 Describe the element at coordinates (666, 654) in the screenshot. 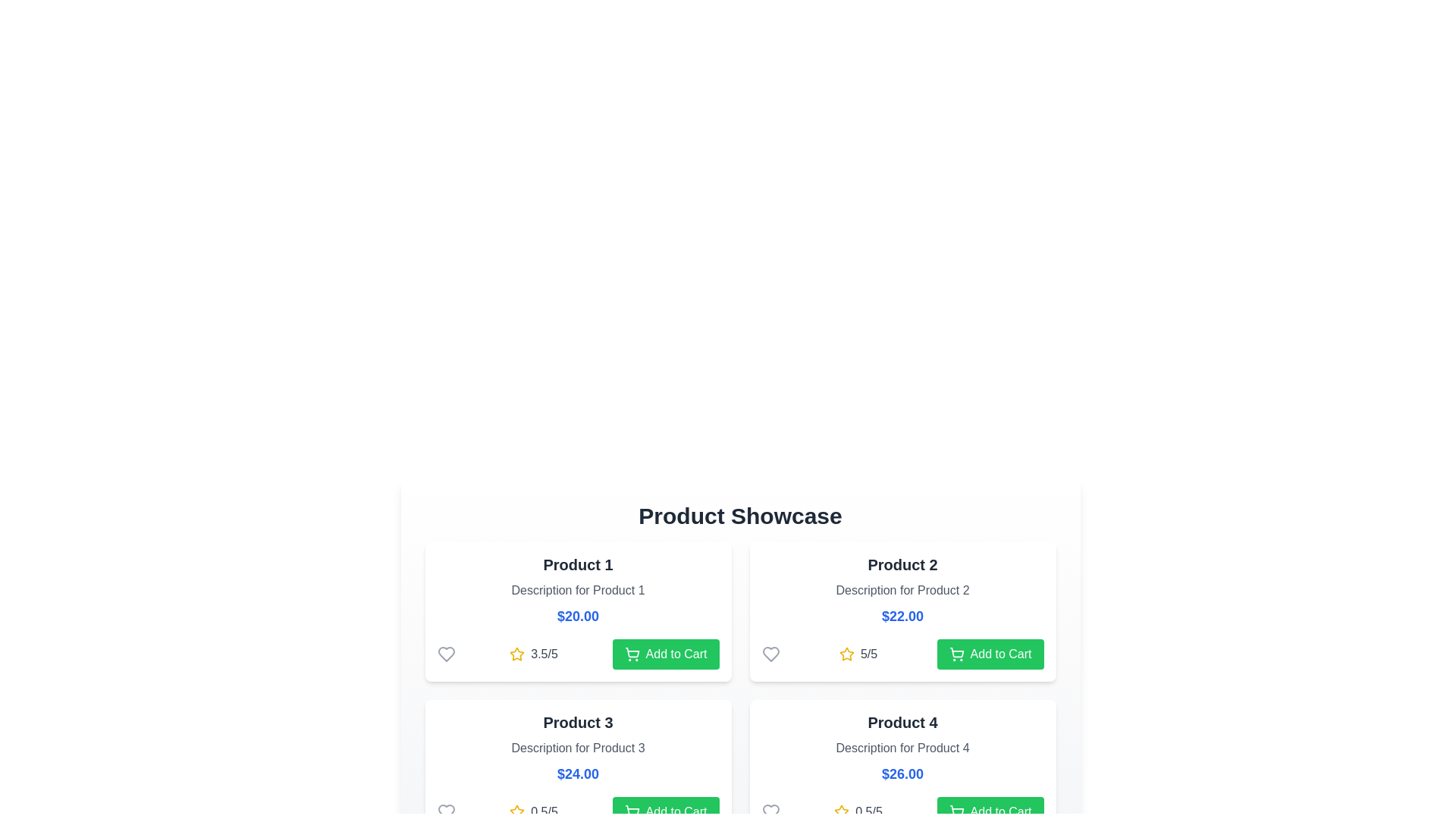

I see `the 'Add to Cart' button with a green background and white text located at the bottom-right corner of the 'Product 1' card` at that location.